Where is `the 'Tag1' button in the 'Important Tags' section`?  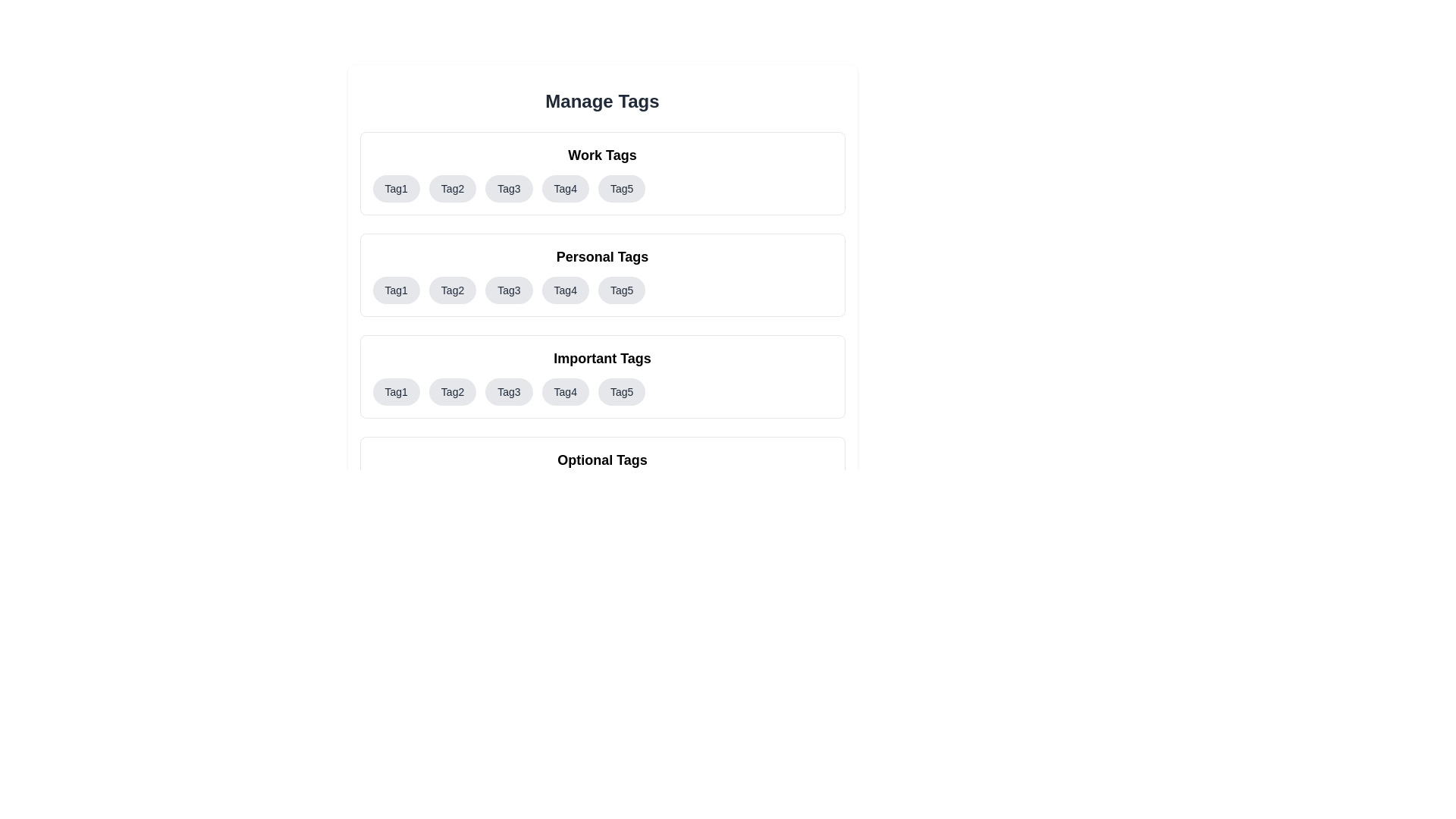
the 'Tag1' button in the 'Important Tags' section is located at coordinates (396, 391).